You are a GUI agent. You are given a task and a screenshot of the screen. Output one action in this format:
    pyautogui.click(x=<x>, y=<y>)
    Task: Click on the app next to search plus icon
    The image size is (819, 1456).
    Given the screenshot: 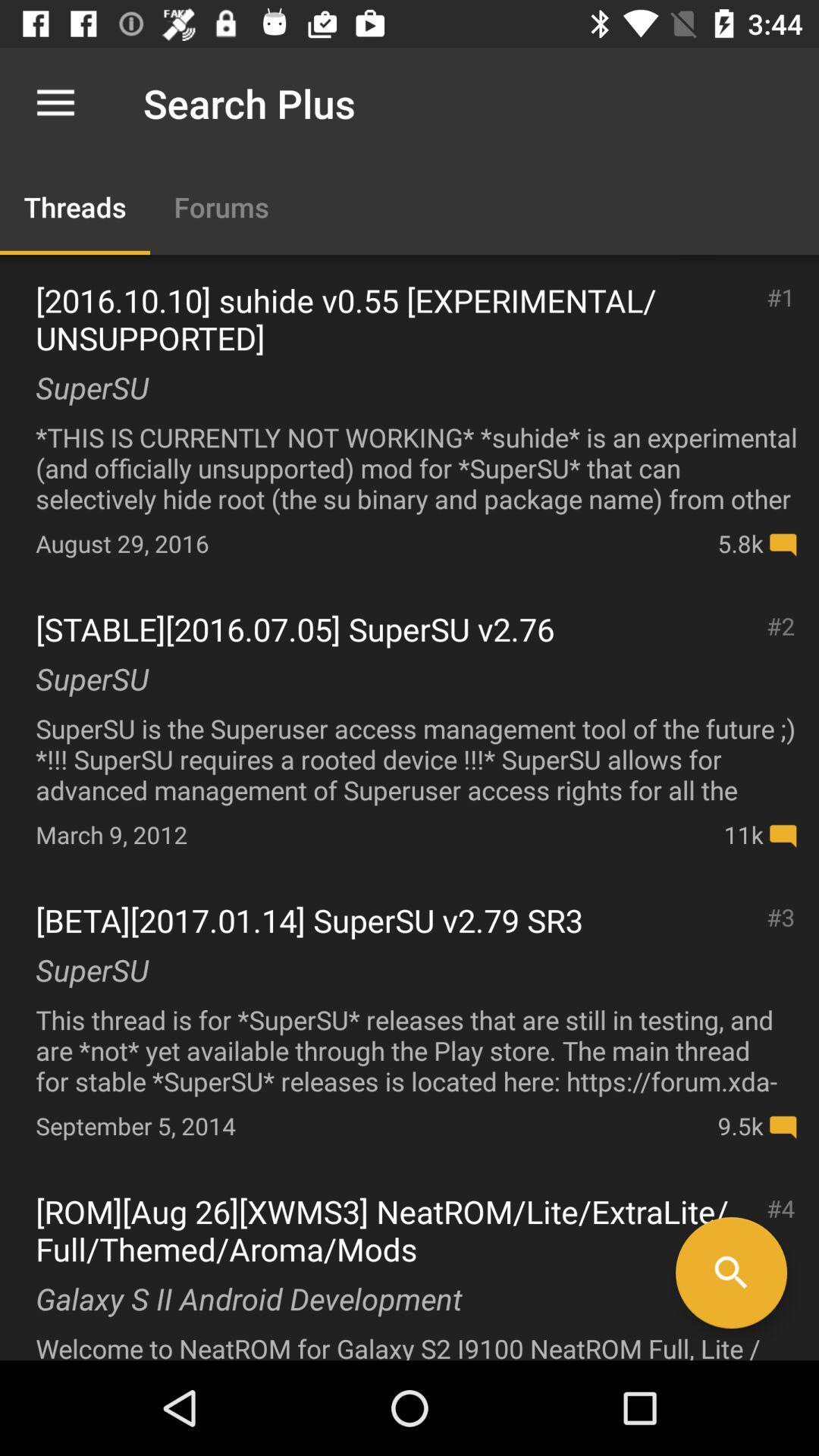 What is the action you would take?
    pyautogui.click(x=55, y=102)
    